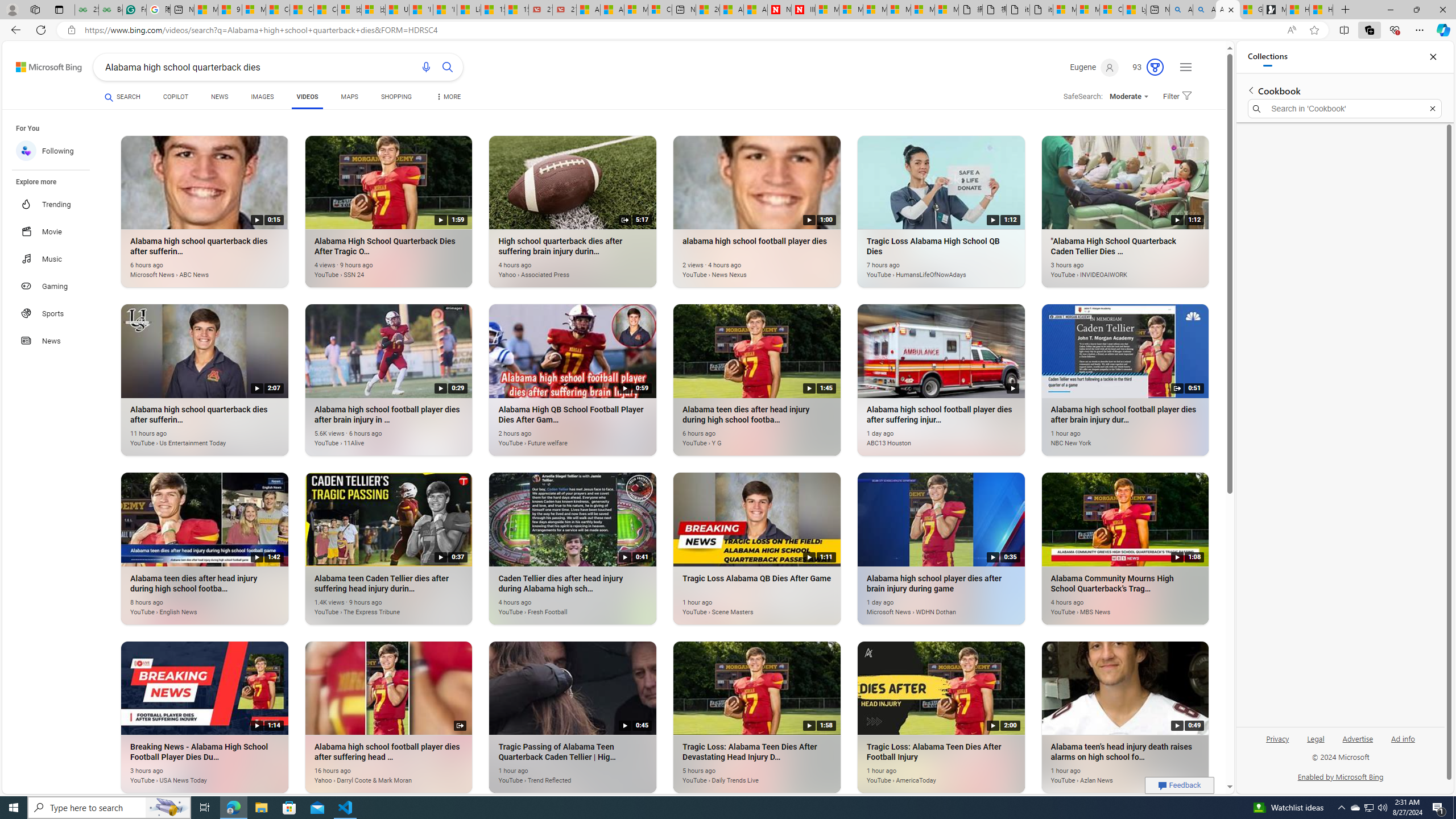 This screenshot has height=819, width=1456. I want to click on 'COPILOT', so click(175, 96).